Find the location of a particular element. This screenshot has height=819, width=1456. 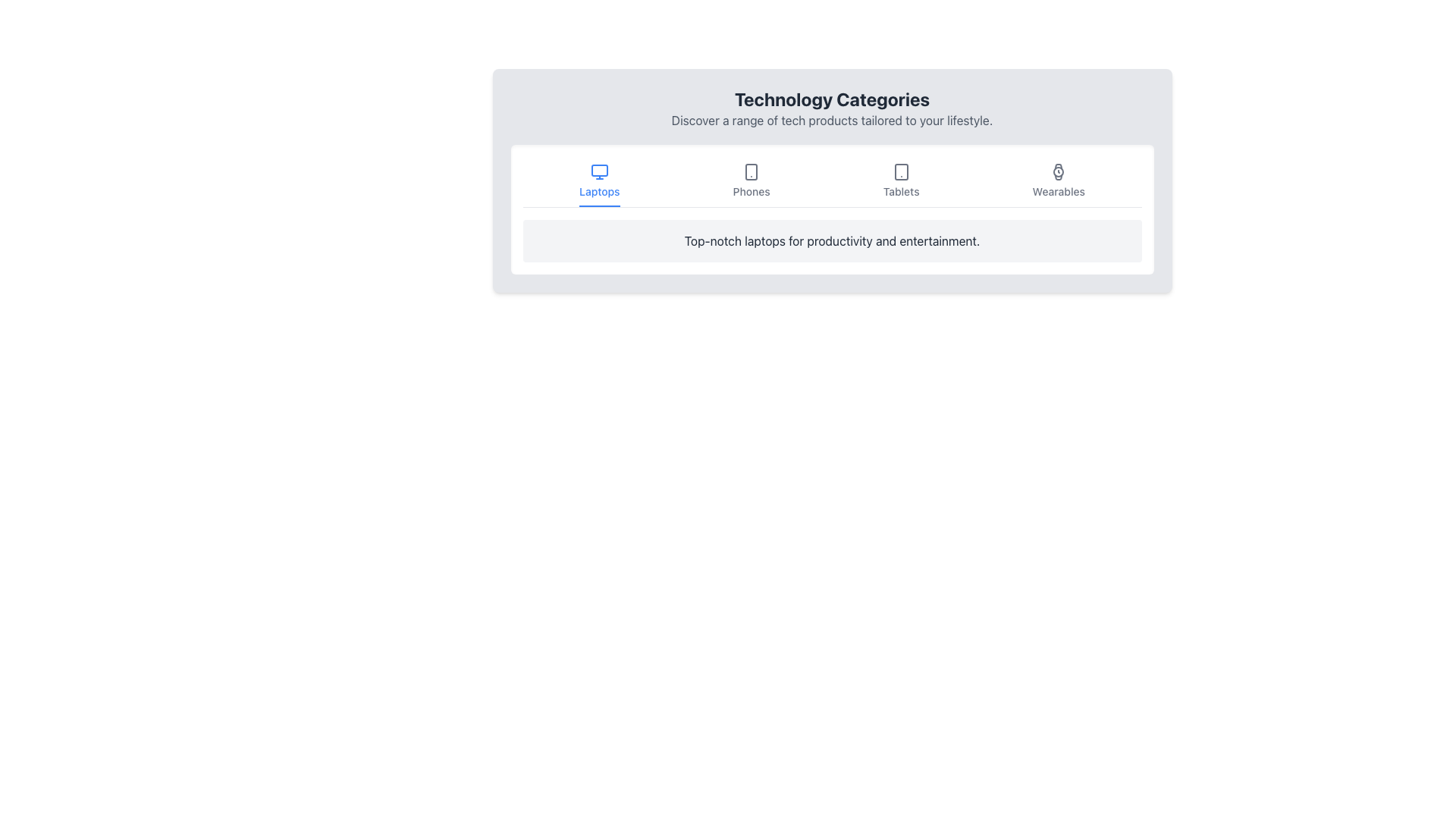

the 'Laptops' navigation button located at the top left of the technology categories menu is located at coordinates (598, 180).